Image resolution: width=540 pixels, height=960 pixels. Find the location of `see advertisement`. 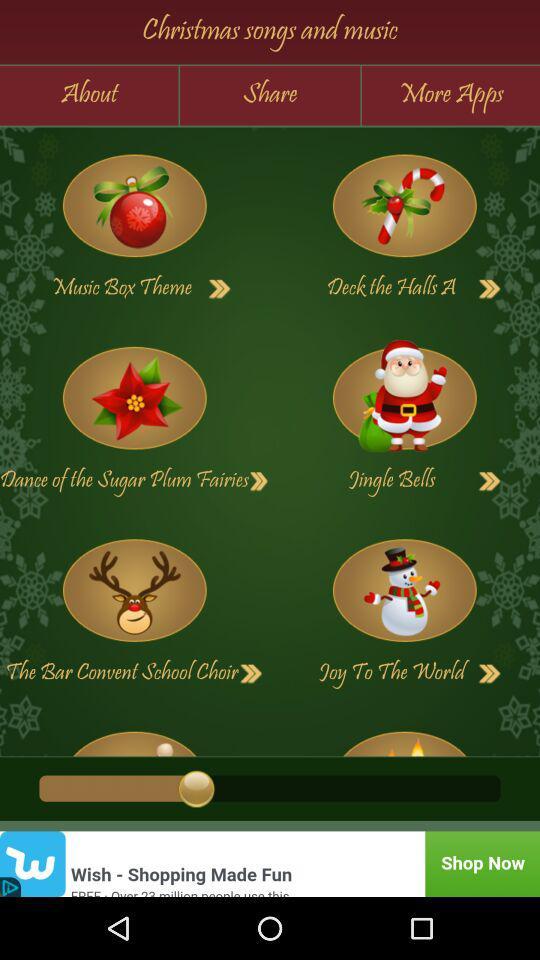

see advertisement is located at coordinates (270, 863).